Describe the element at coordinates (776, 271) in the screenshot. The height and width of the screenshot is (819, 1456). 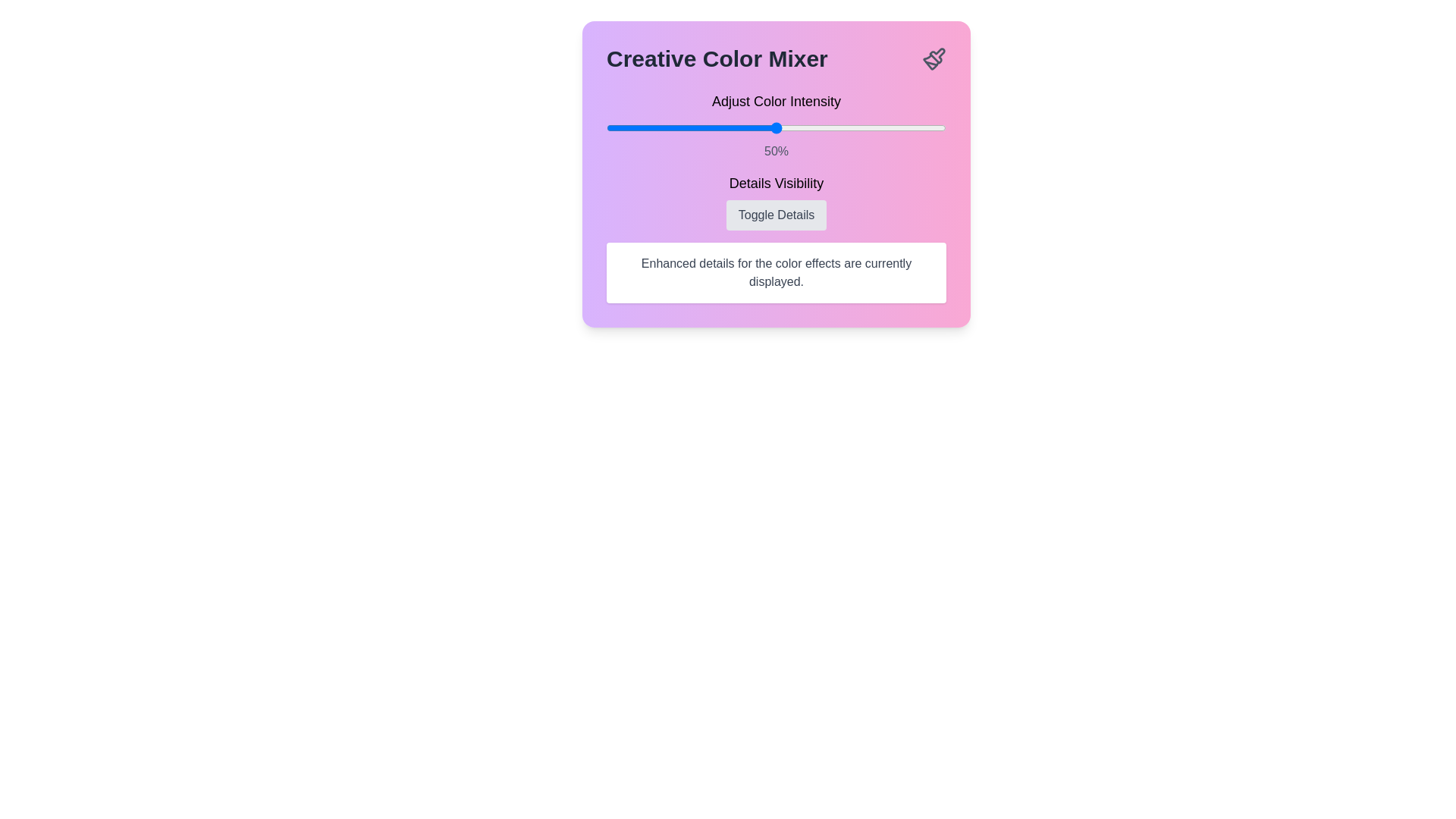
I see `the Text Block displaying 'Enhanced details for the color effects are currently displayed' in the 'Details Visibility' section of the 'Creative Color Mixer' UI` at that location.